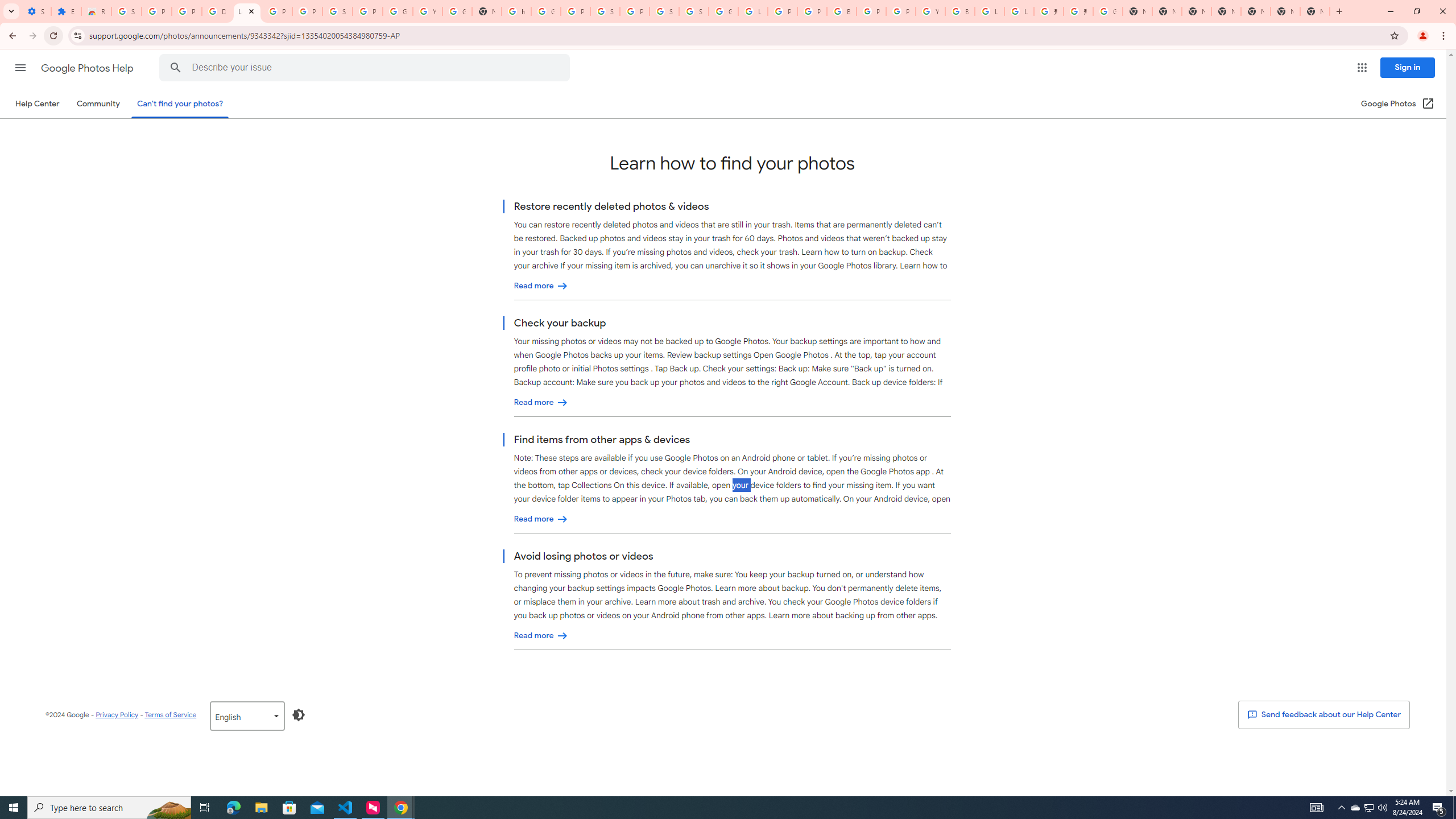 This screenshot has width=1456, height=819. Describe the element at coordinates (216, 11) in the screenshot. I see `'Delete photos & videos - Computer - Google Photos Help'` at that location.